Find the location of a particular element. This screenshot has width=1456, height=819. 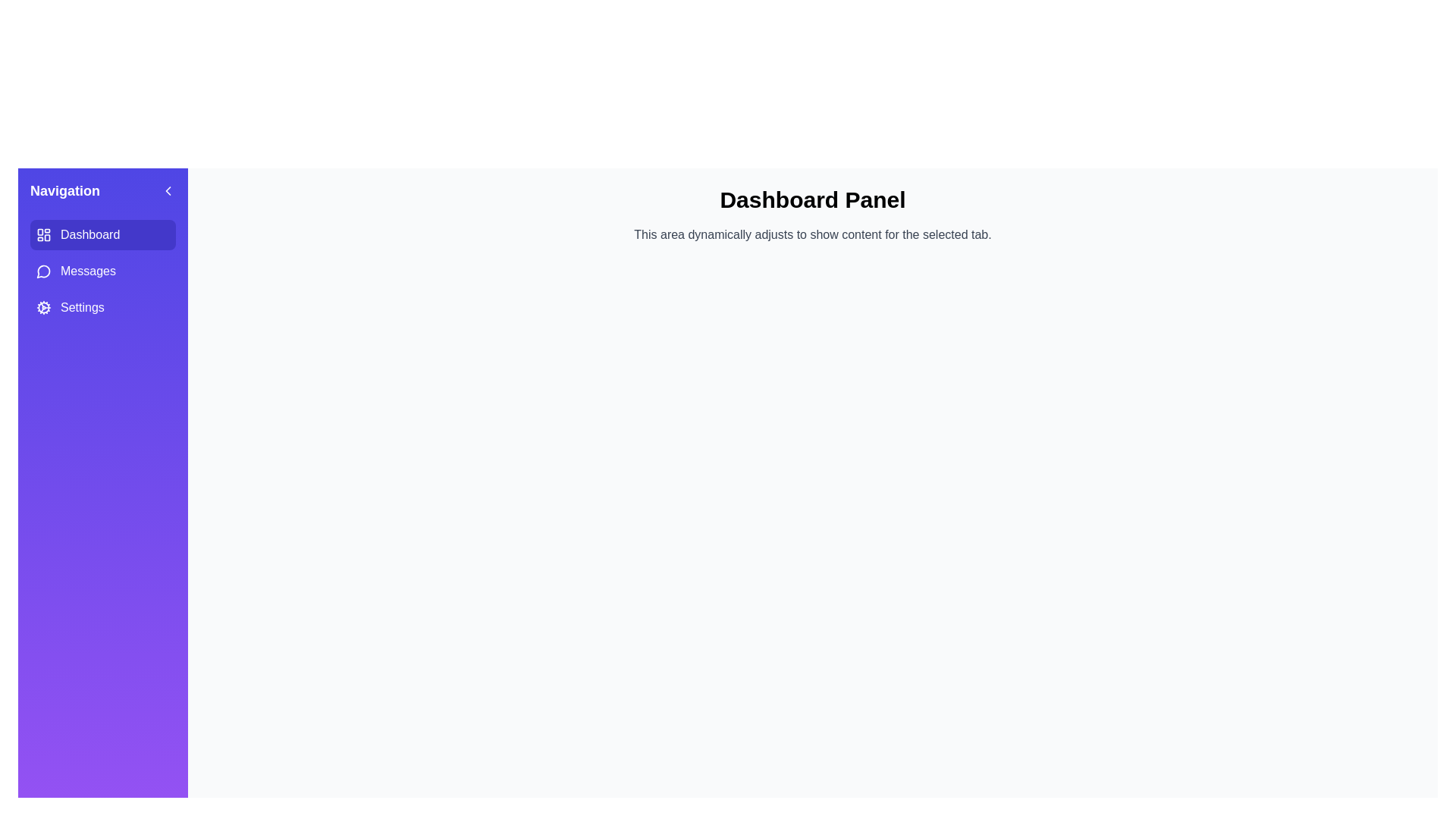

the tab labeled Messages in the navigation drawer is located at coordinates (102, 271).